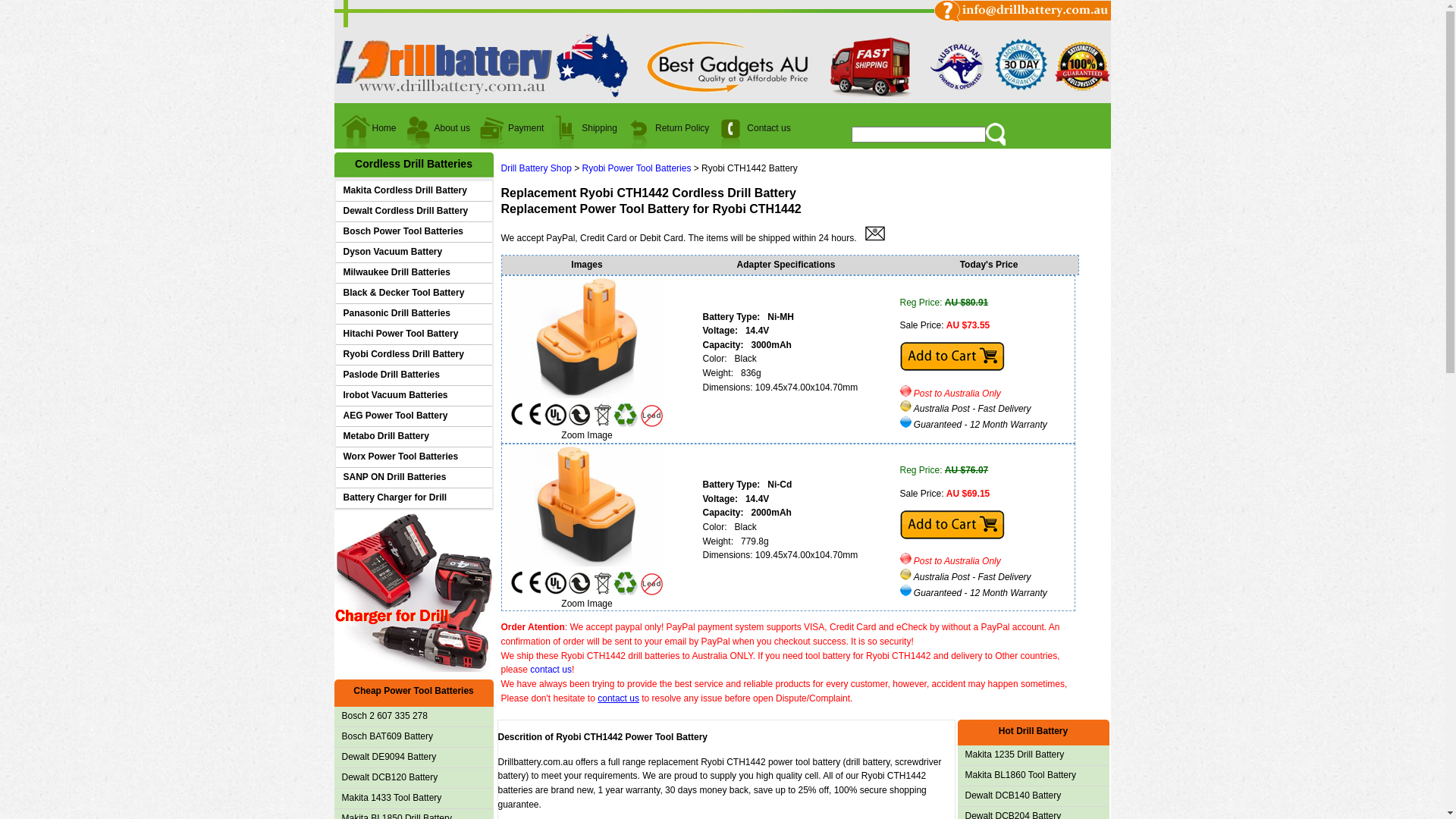  What do you see at coordinates (413, 456) in the screenshot?
I see `'Worx Power Tool Batteries'` at bounding box center [413, 456].